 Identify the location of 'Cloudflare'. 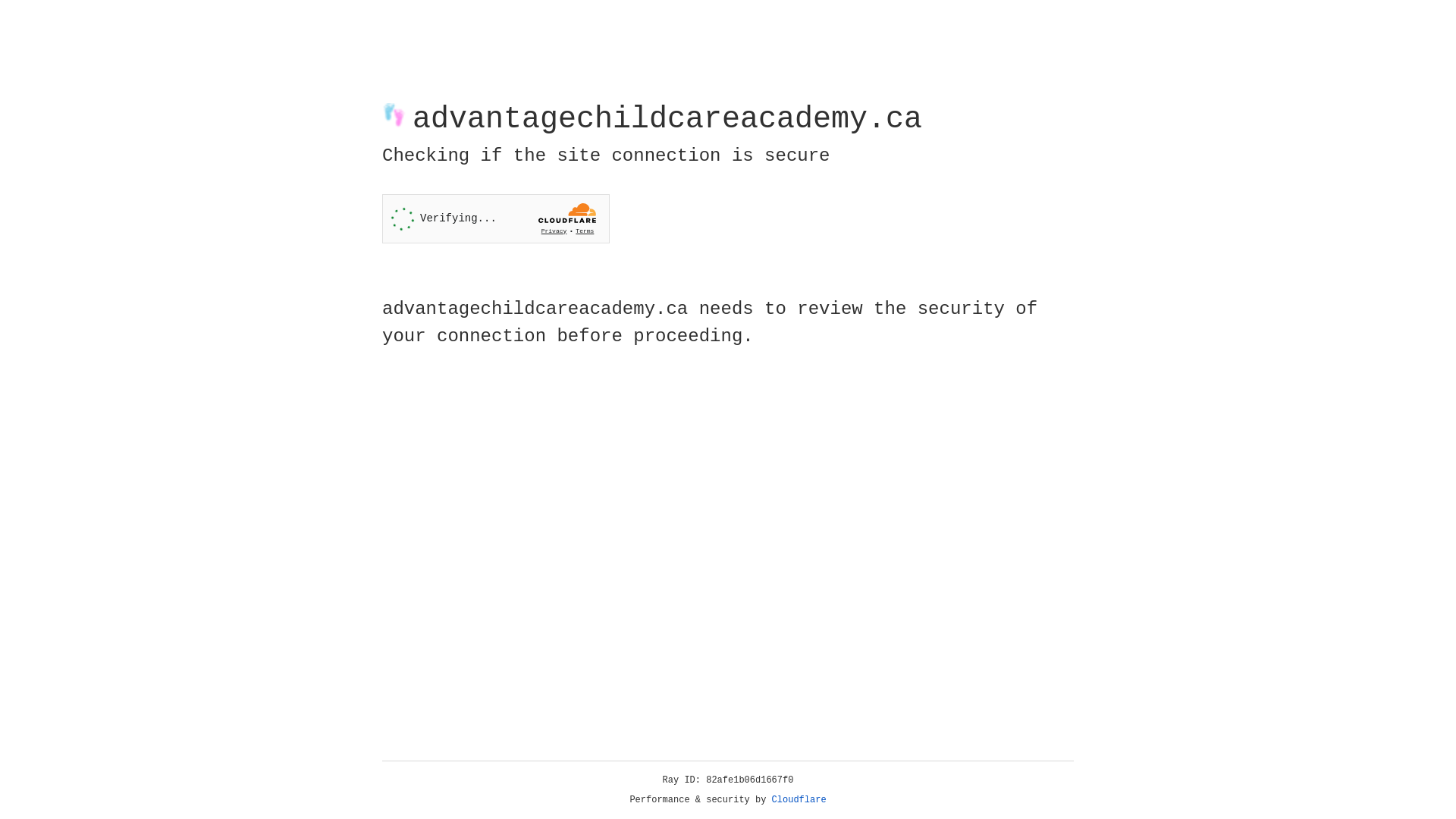
(799, 799).